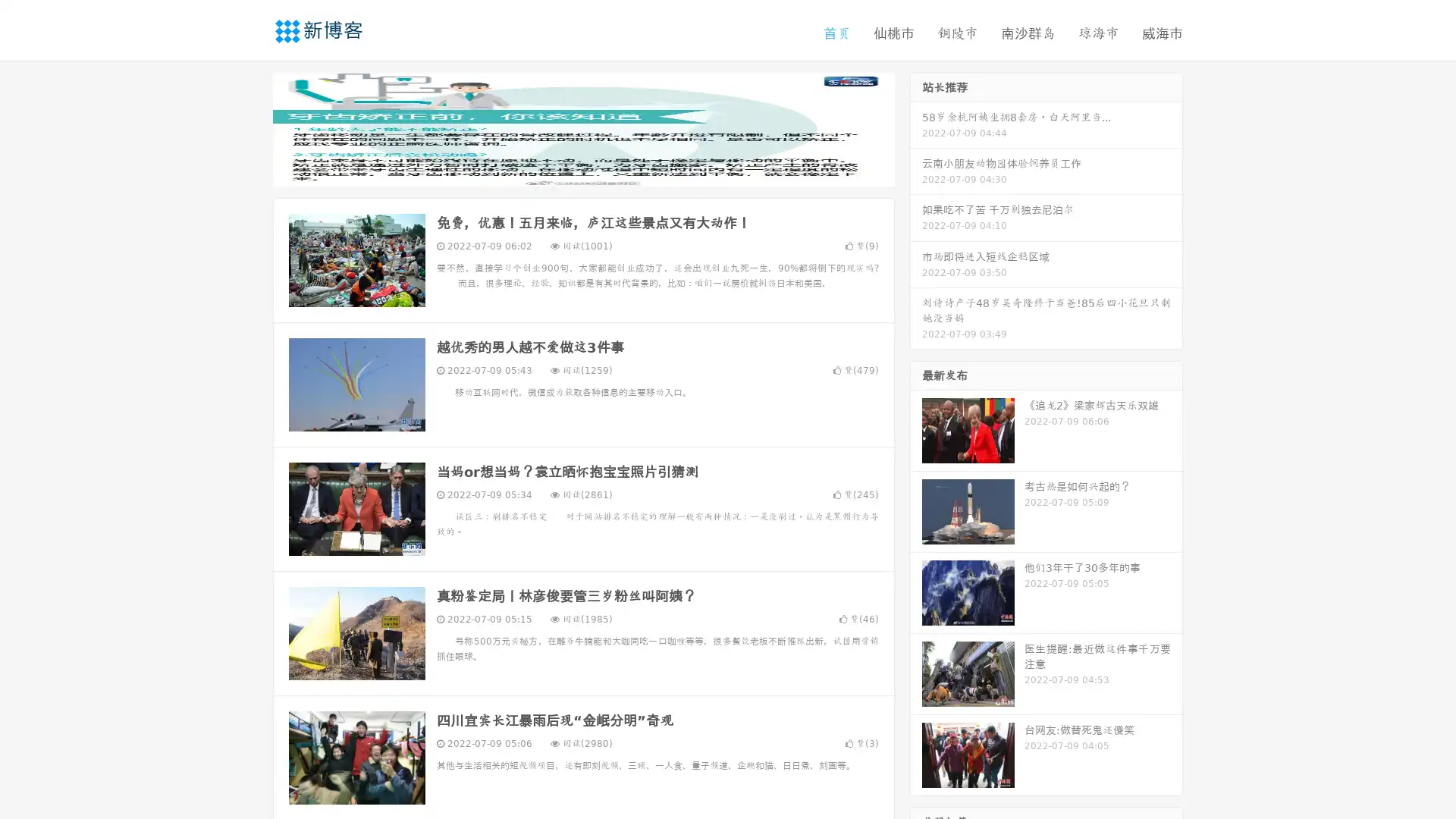 This screenshot has height=819, width=1456. I want to click on Previous slide, so click(250, 127).